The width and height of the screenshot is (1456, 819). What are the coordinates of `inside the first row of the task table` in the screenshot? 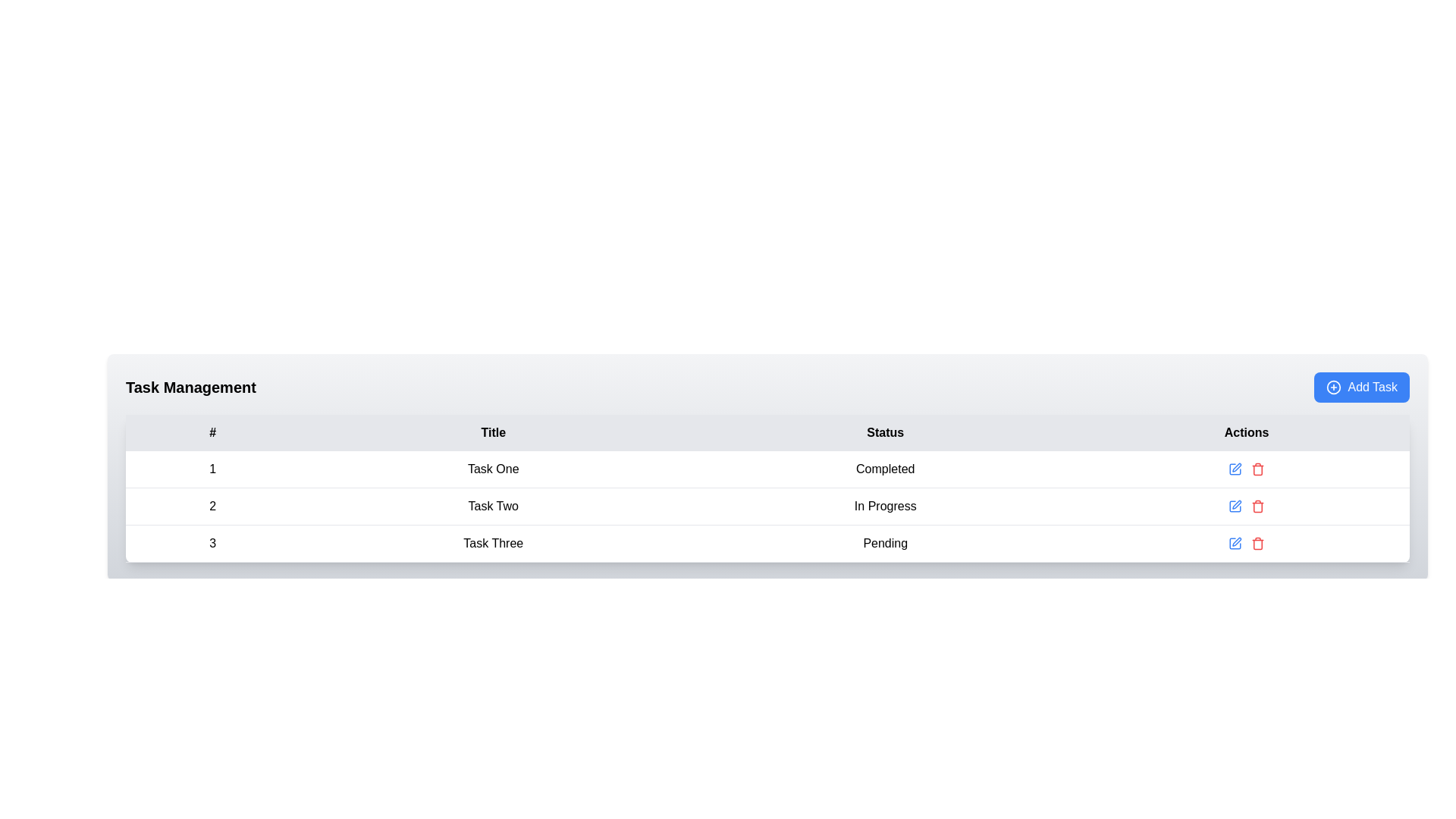 It's located at (767, 469).